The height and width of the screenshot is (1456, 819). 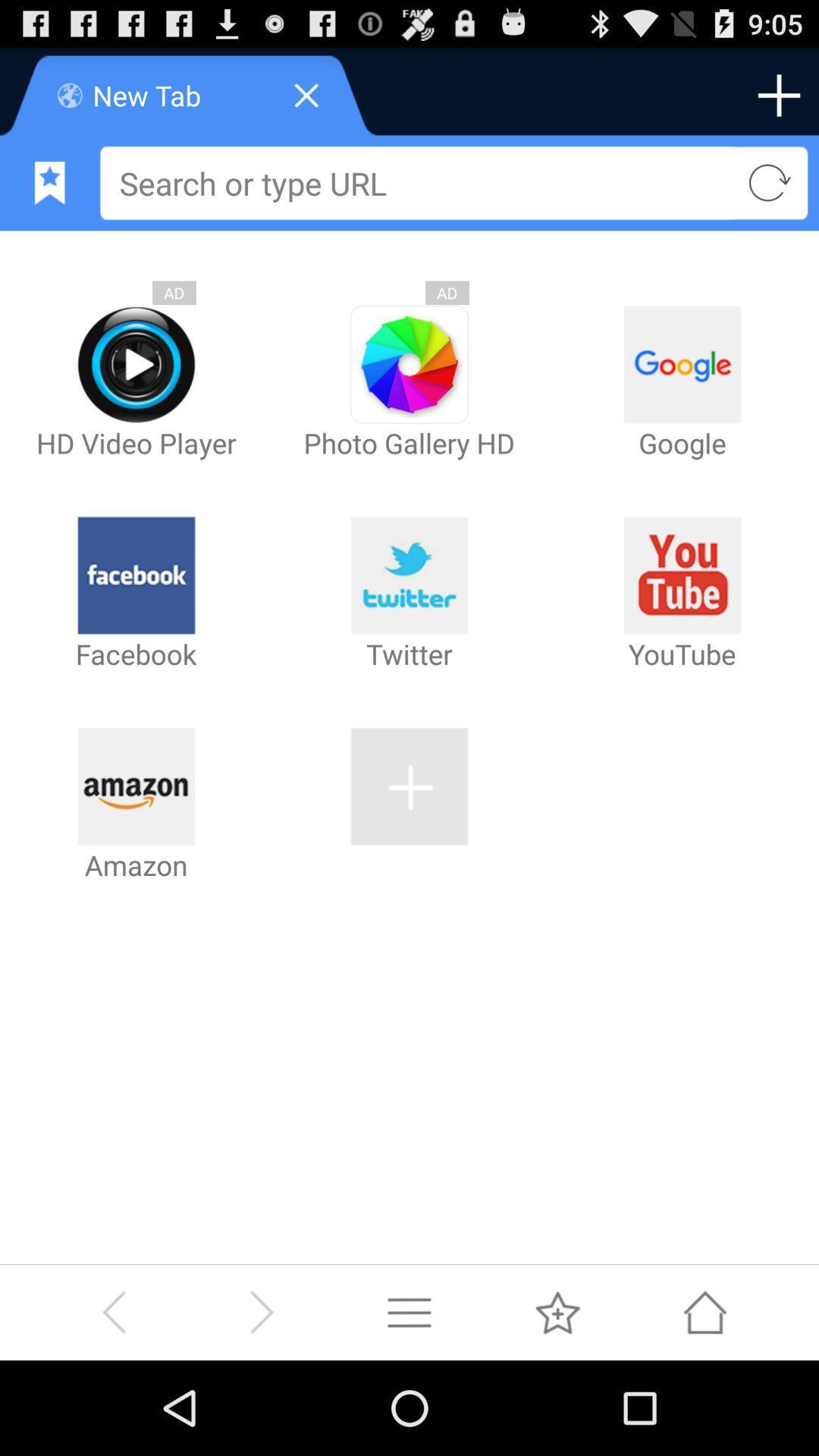 I want to click on the bookmark icon, so click(x=49, y=195).